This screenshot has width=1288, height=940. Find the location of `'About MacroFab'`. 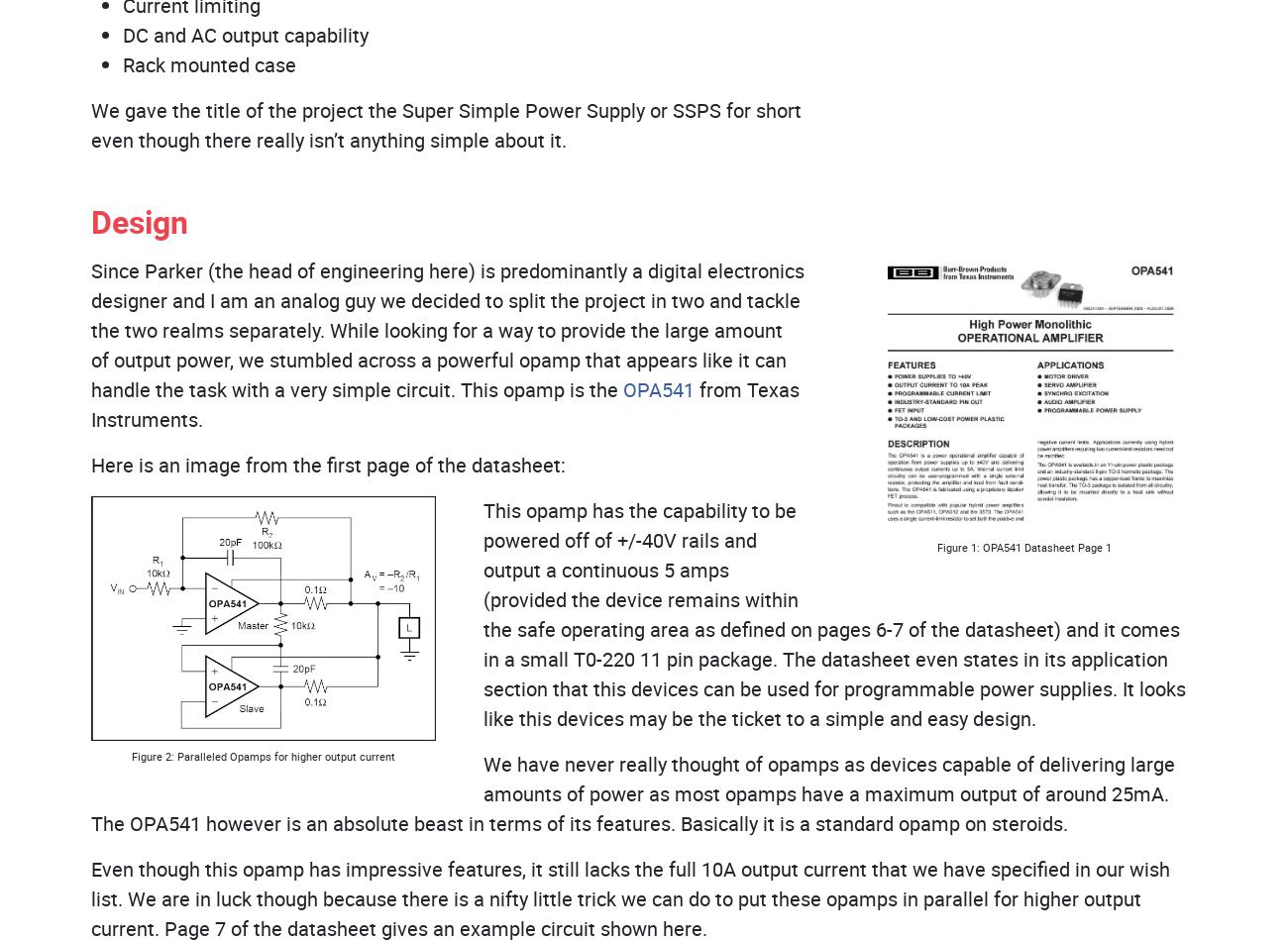

'About MacroFab' is located at coordinates (175, 623).